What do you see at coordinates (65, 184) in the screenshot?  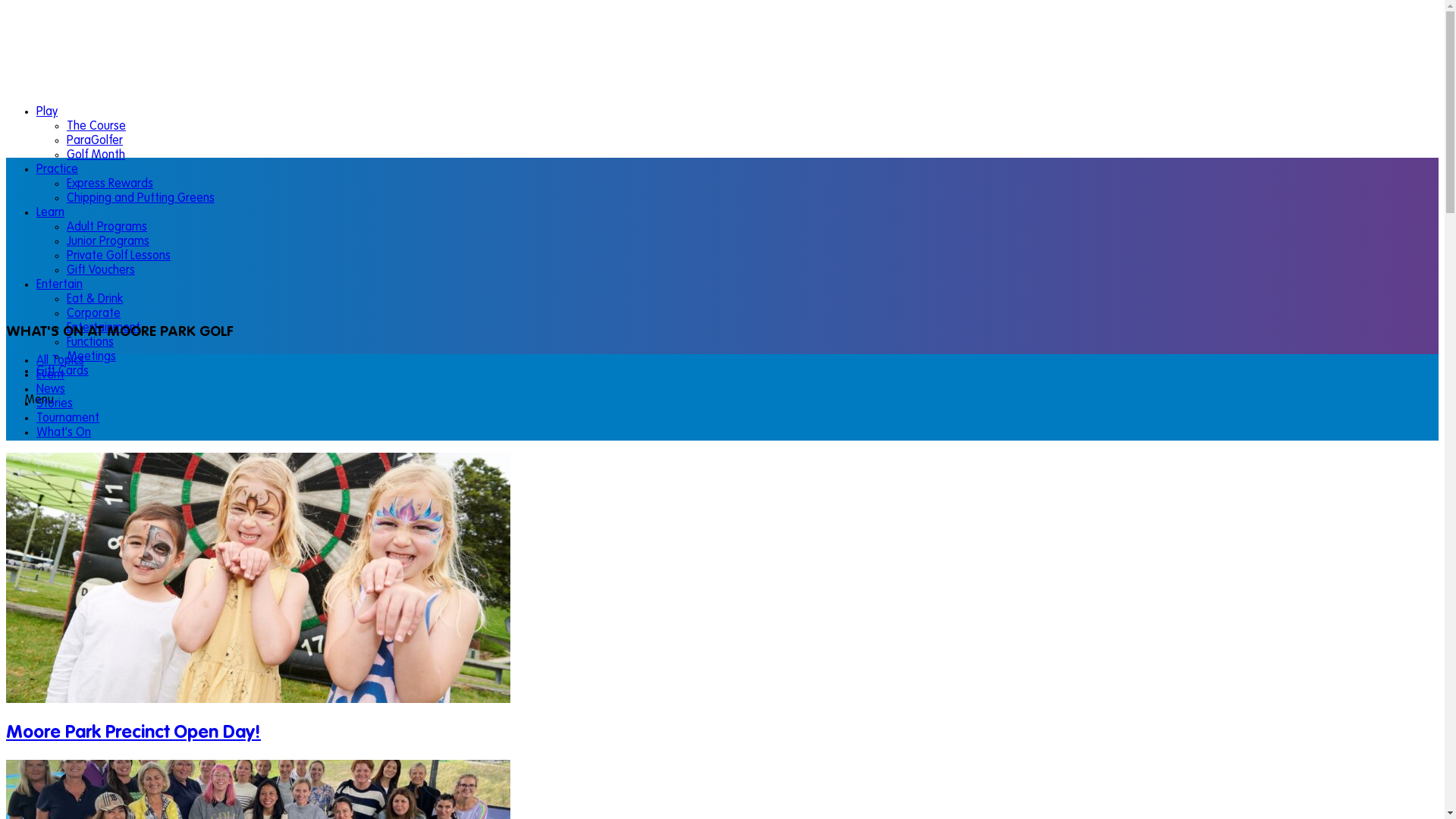 I see `'Express Rewards'` at bounding box center [65, 184].